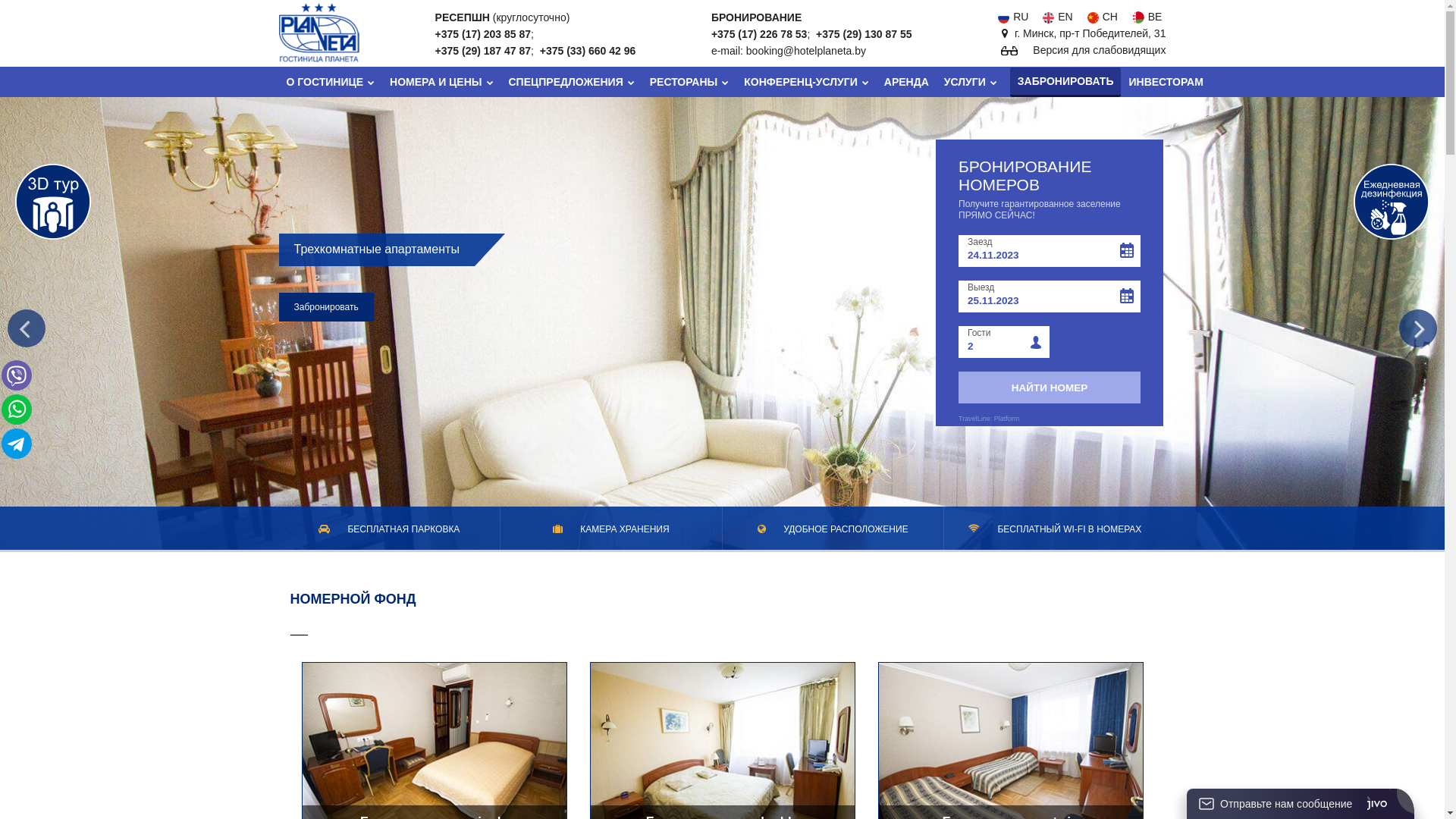  What do you see at coordinates (1055, 17) in the screenshot?
I see `'EN'` at bounding box center [1055, 17].